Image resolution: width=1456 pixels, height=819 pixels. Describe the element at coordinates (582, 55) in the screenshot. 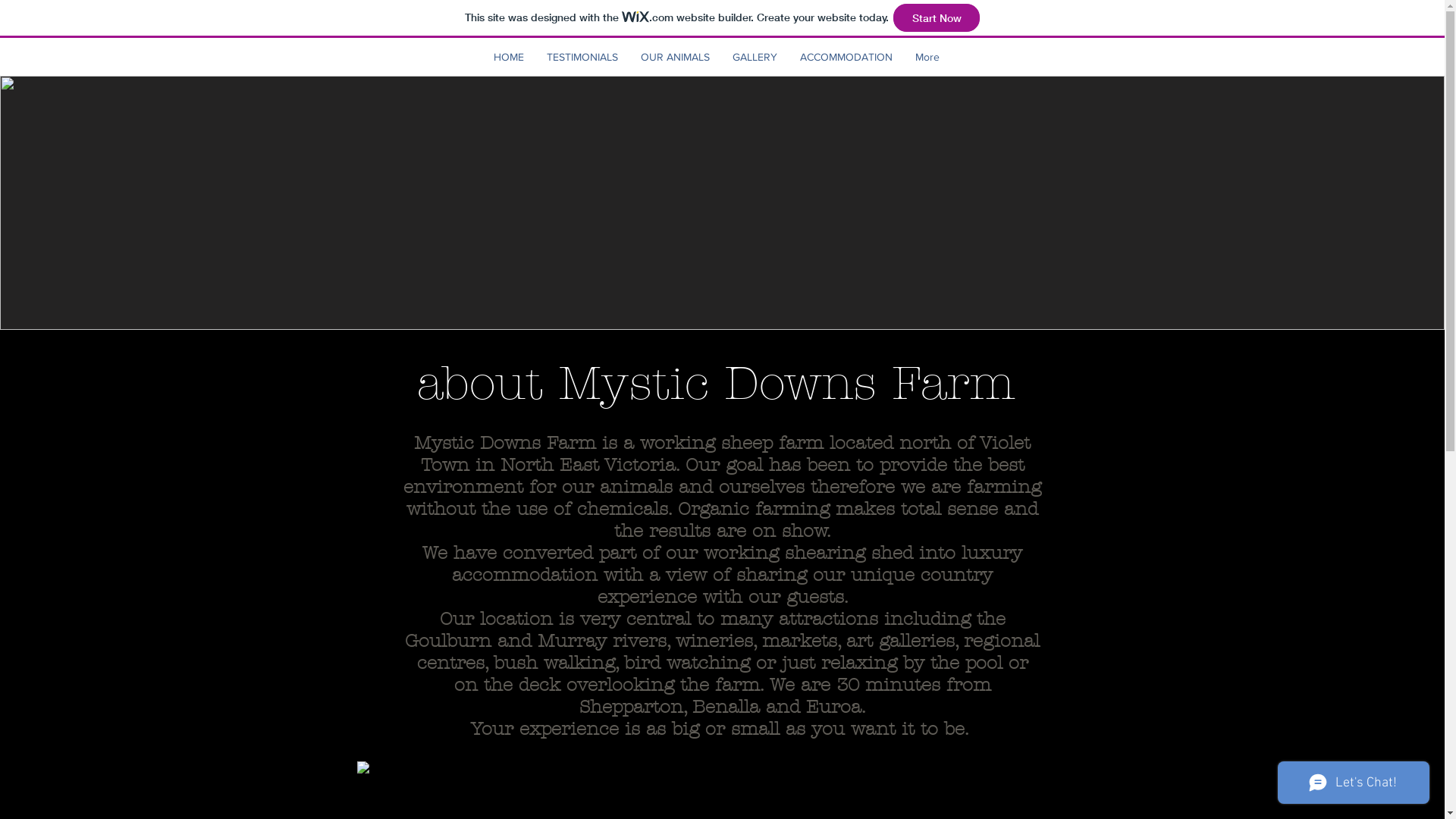

I see `'TESTIMONIALS'` at that location.